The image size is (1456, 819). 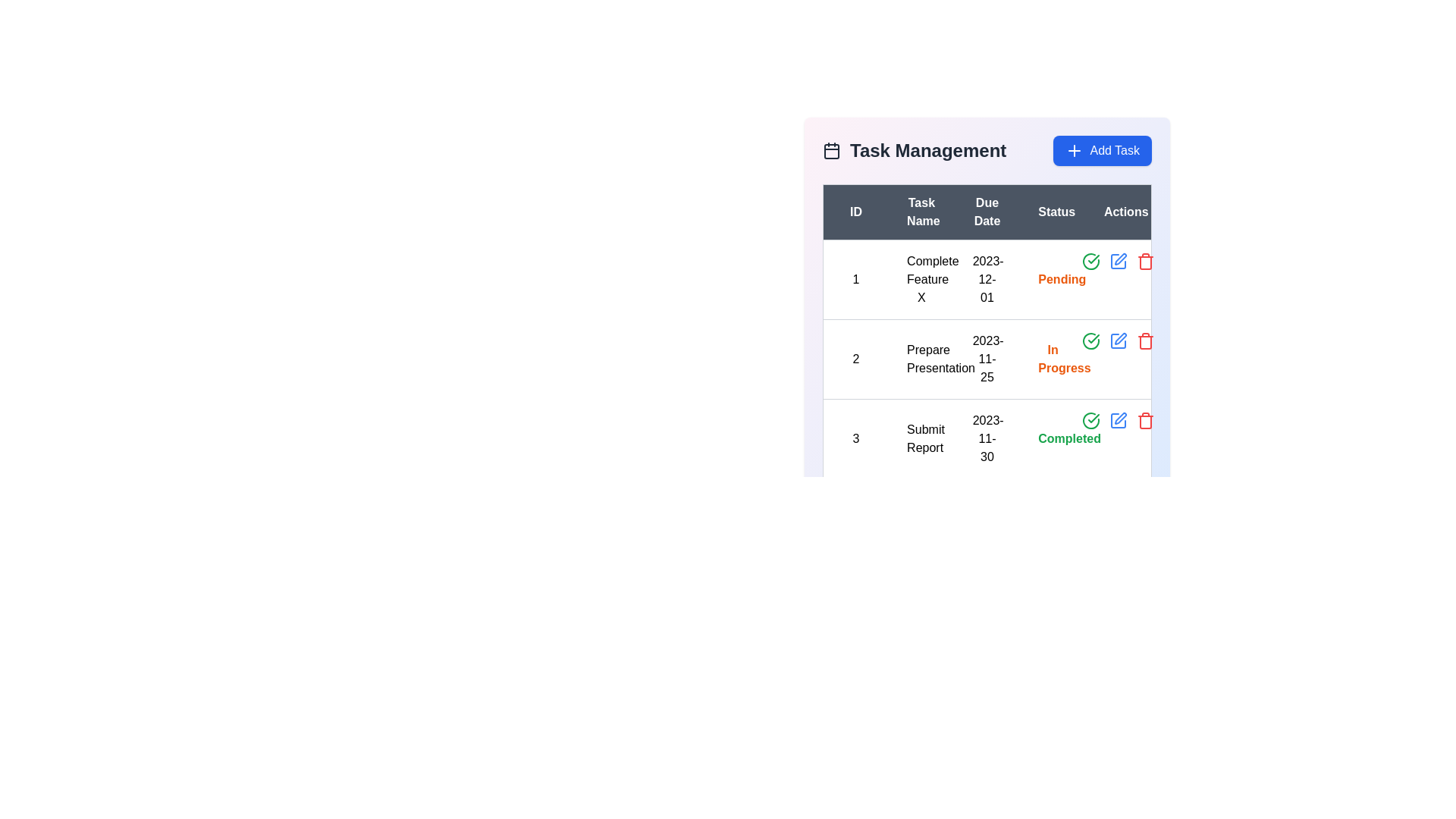 What do you see at coordinates (1118, 421) in the screenshot?
I see `the icon button located in the bottom-most row of the actions column to the right of the green checkmark icon and to the left of the red trashcan icon` at bounding box center [1118, 421].